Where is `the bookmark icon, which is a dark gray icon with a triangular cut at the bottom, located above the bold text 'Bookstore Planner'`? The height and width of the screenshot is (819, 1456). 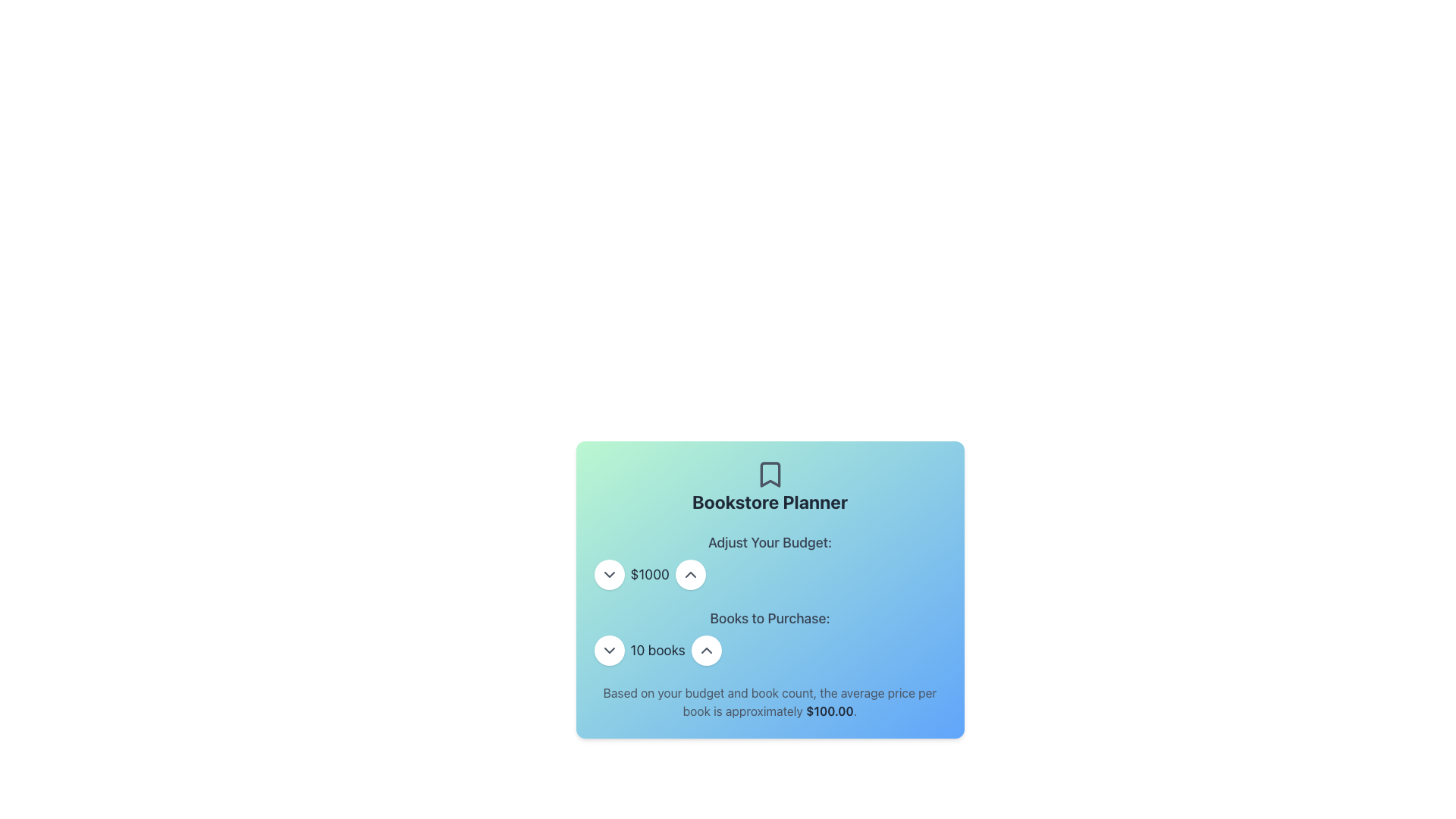
the bookmark icon, which is a dark gray icon with a triangular cut at the bottom, located above the bold text 'Bookstore Planner' is located at coordinates (770, 473).